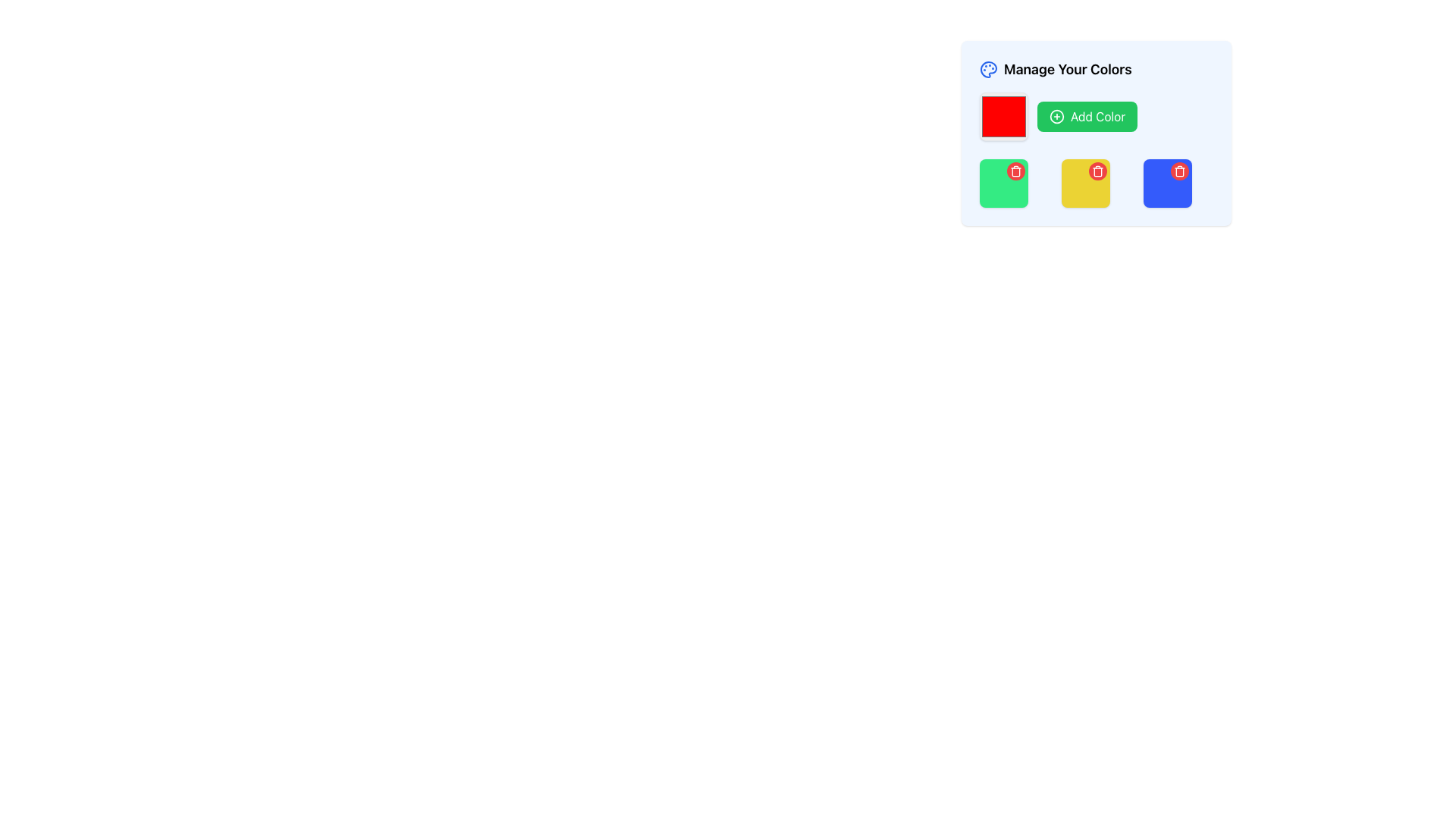 This screenshot has height=819, width=1456. What do you see at coordinates (1096, 133) in the screenshot?
I see `the control panel for managing colors located below the title 'Manage Your Colors'` at bounding box center [1096, 133].